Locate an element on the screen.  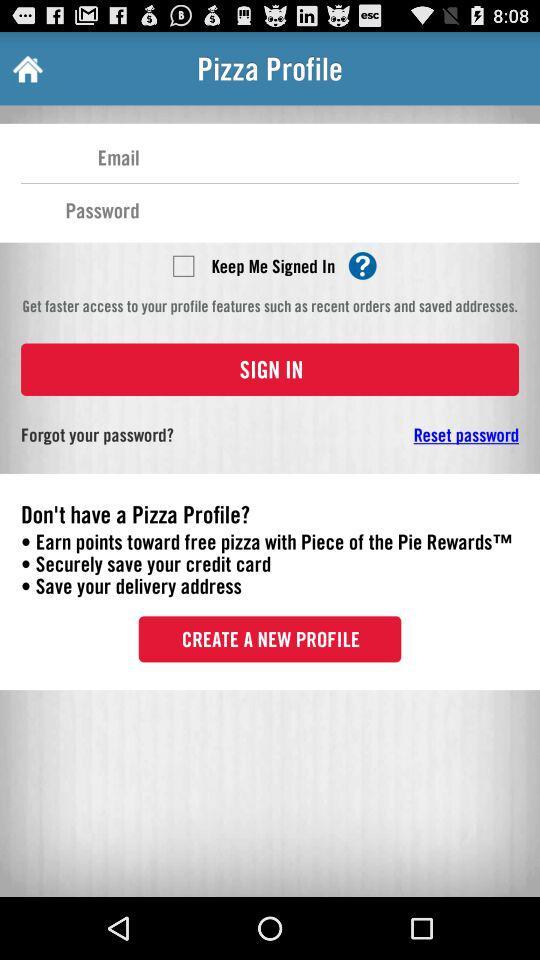
the app below the get faster access app is located at coordinates (270, 368).